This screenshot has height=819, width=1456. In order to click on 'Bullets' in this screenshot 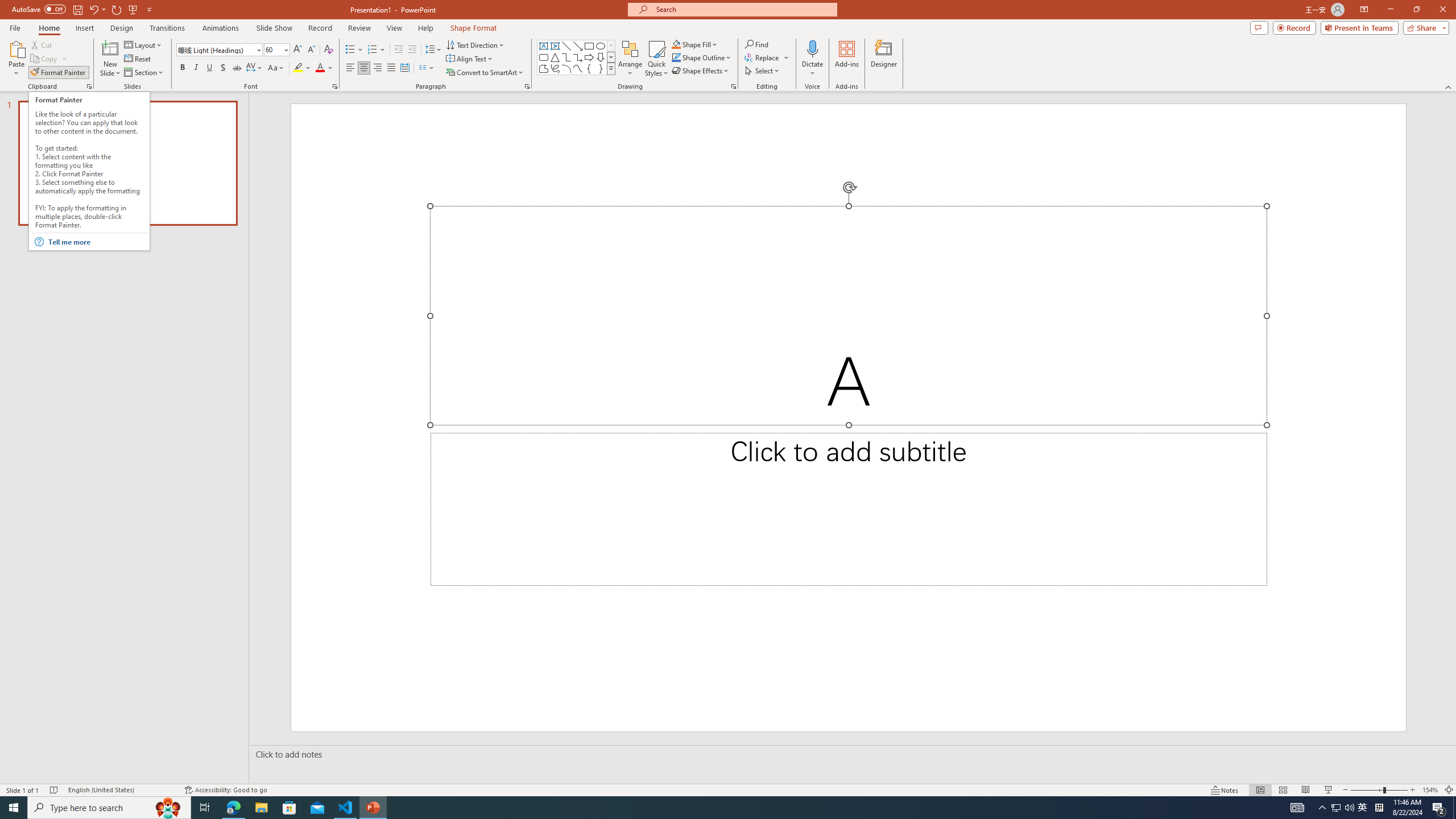, I will do `click(354, 49)`.